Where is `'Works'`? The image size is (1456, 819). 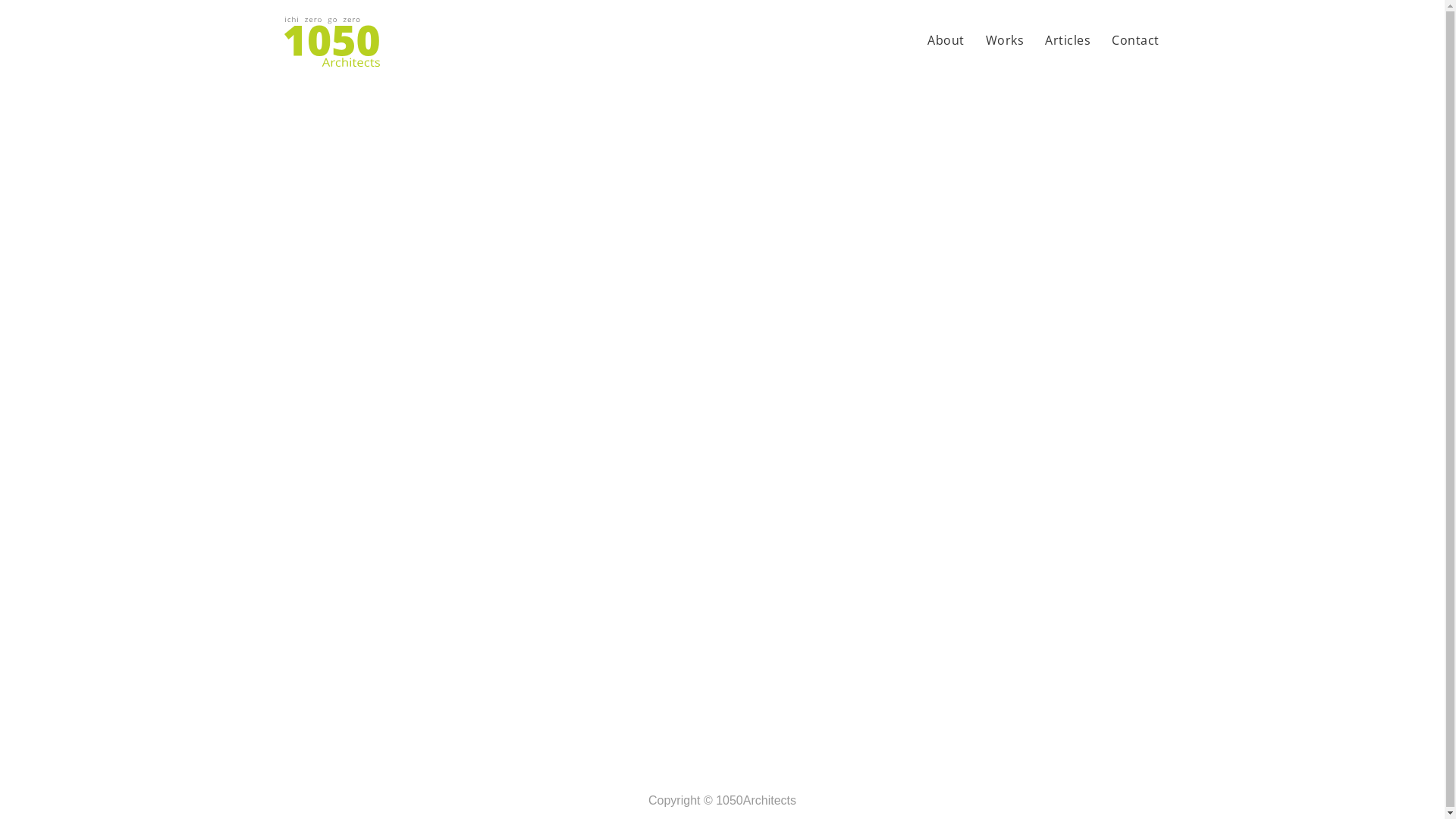
'Works' is located at coordinates (1005, 41).